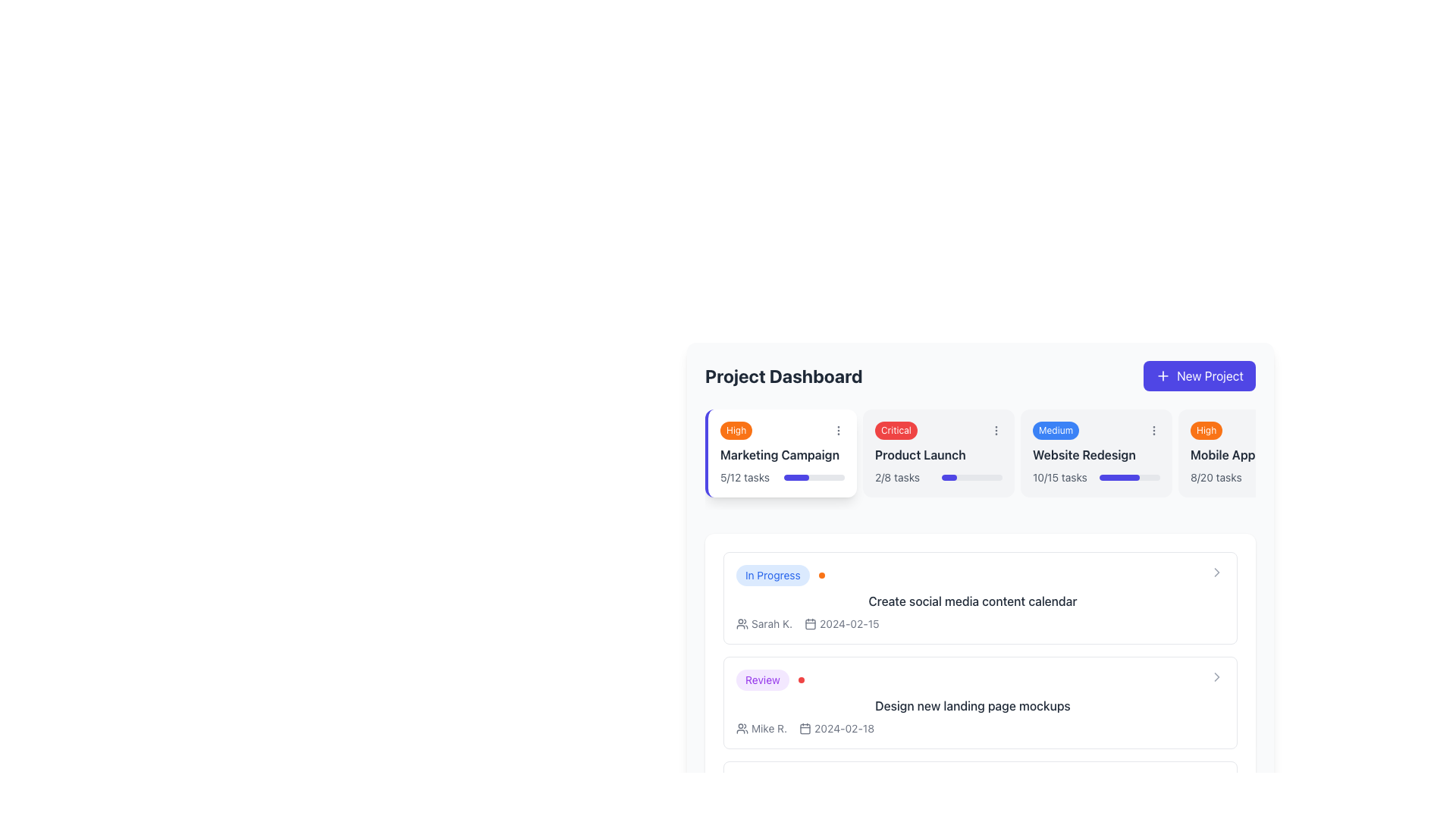  What do you see at coordinates (762, 679) in the screenshot?
I see `the 'Review' badge located in the 'Design new landing page mockups' section of the project dashboard` at bounding box center [762, 679].